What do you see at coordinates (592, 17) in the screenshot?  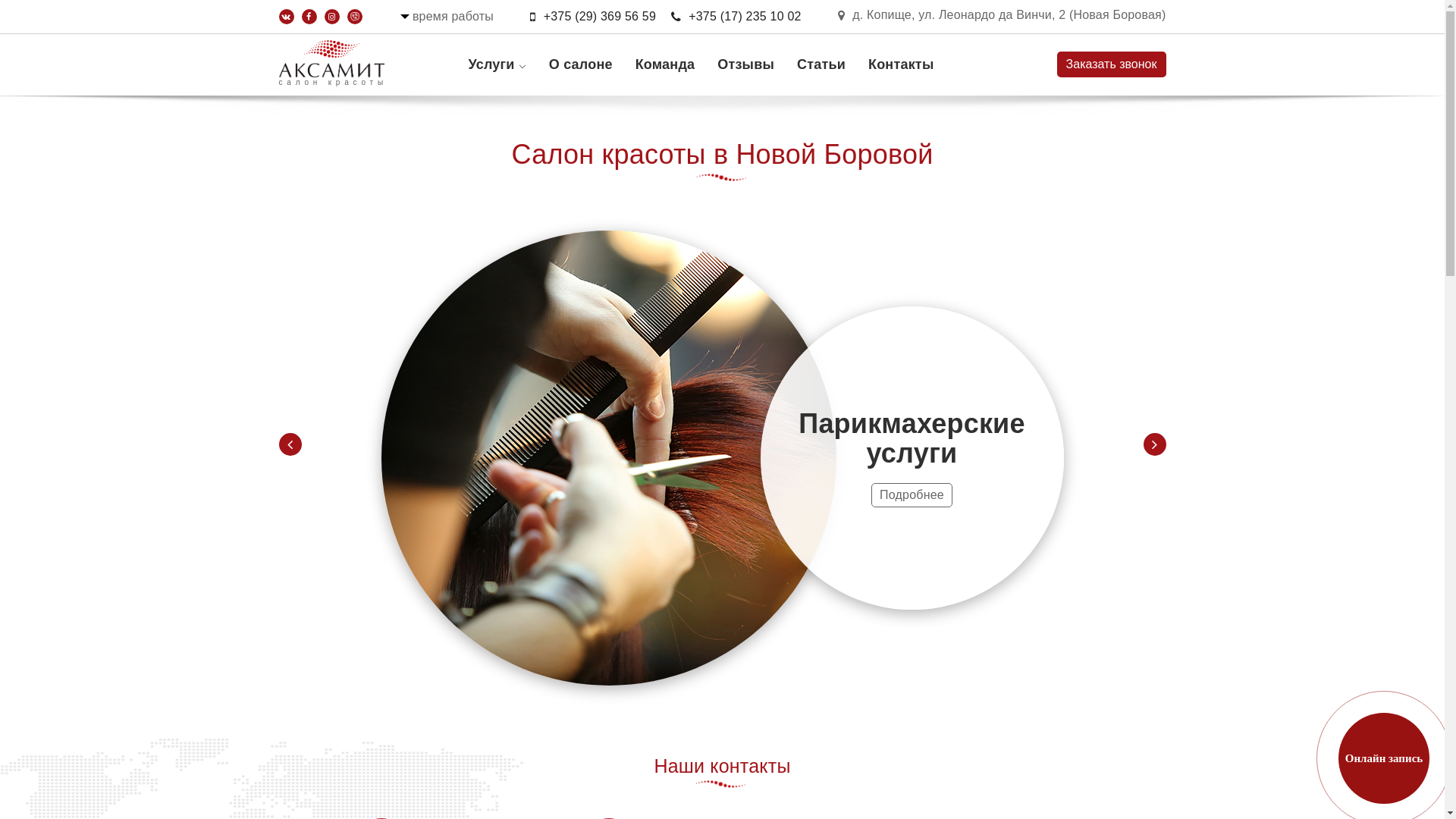 I see `'+375 (29) 369 56 59'` at bounding box center [592, 17].